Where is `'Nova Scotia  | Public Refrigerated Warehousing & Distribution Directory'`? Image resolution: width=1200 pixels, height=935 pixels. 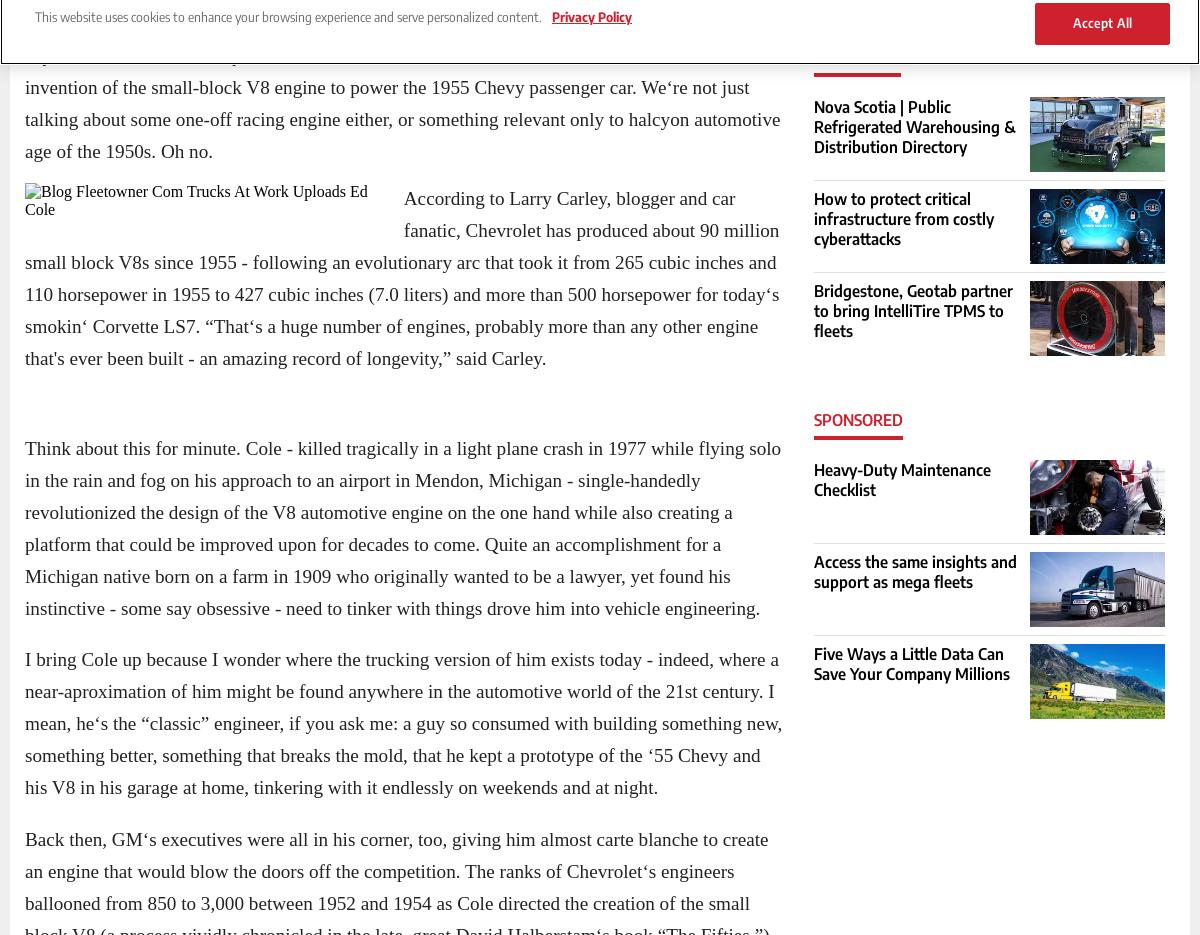 'Nova Scotia  | Public Refrigerated Warehousing & Distribution Directory' is located at coordinates (915, 125).